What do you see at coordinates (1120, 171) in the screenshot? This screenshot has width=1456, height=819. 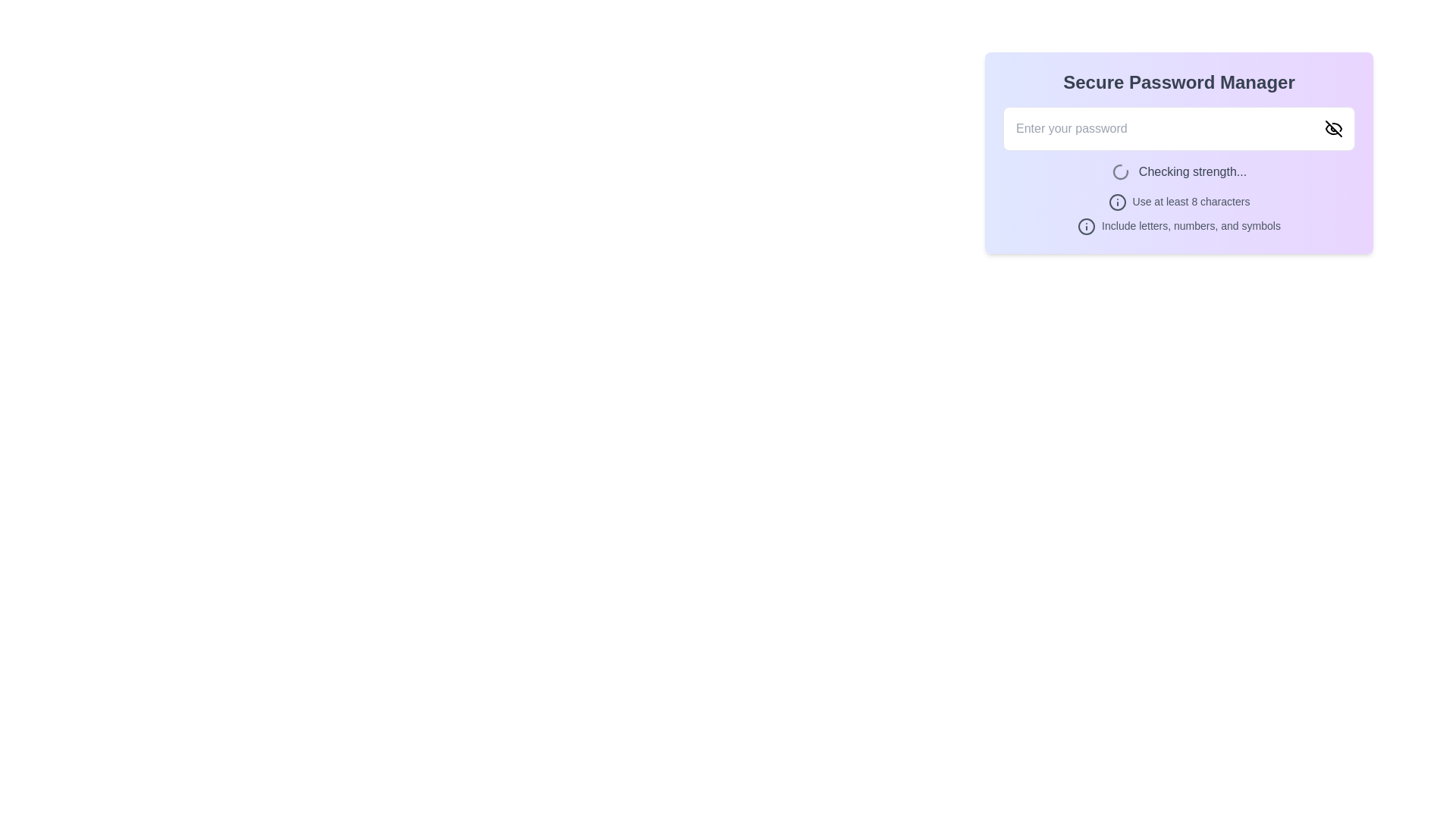 I see `the circular animated graphical loader with a gray outline located beside the text 'Checking strength...' in the password strength indicator section` at bounding box center [1120, 171].